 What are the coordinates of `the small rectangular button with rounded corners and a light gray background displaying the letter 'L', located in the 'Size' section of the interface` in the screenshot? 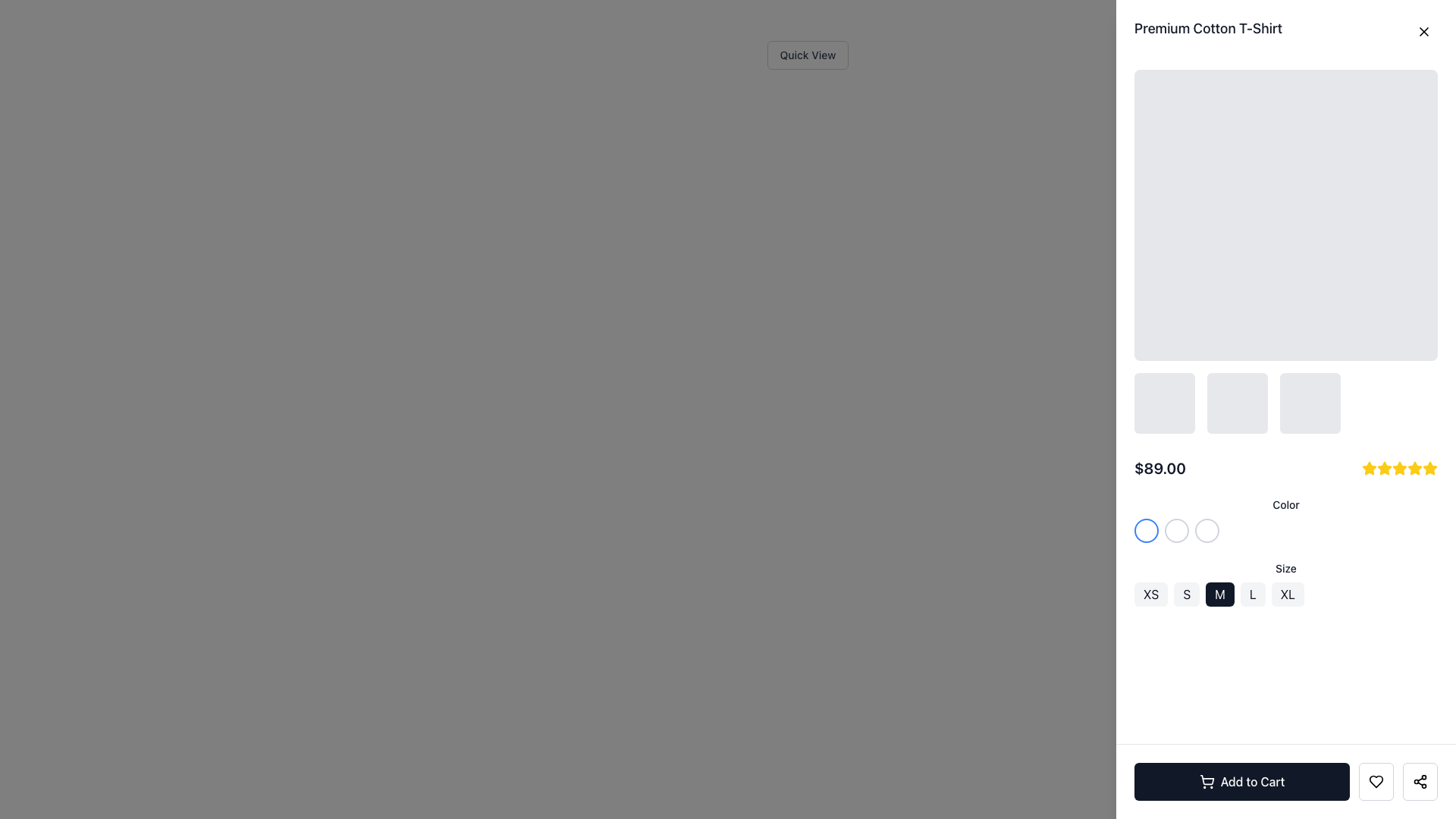 It's located at (1253, 593).